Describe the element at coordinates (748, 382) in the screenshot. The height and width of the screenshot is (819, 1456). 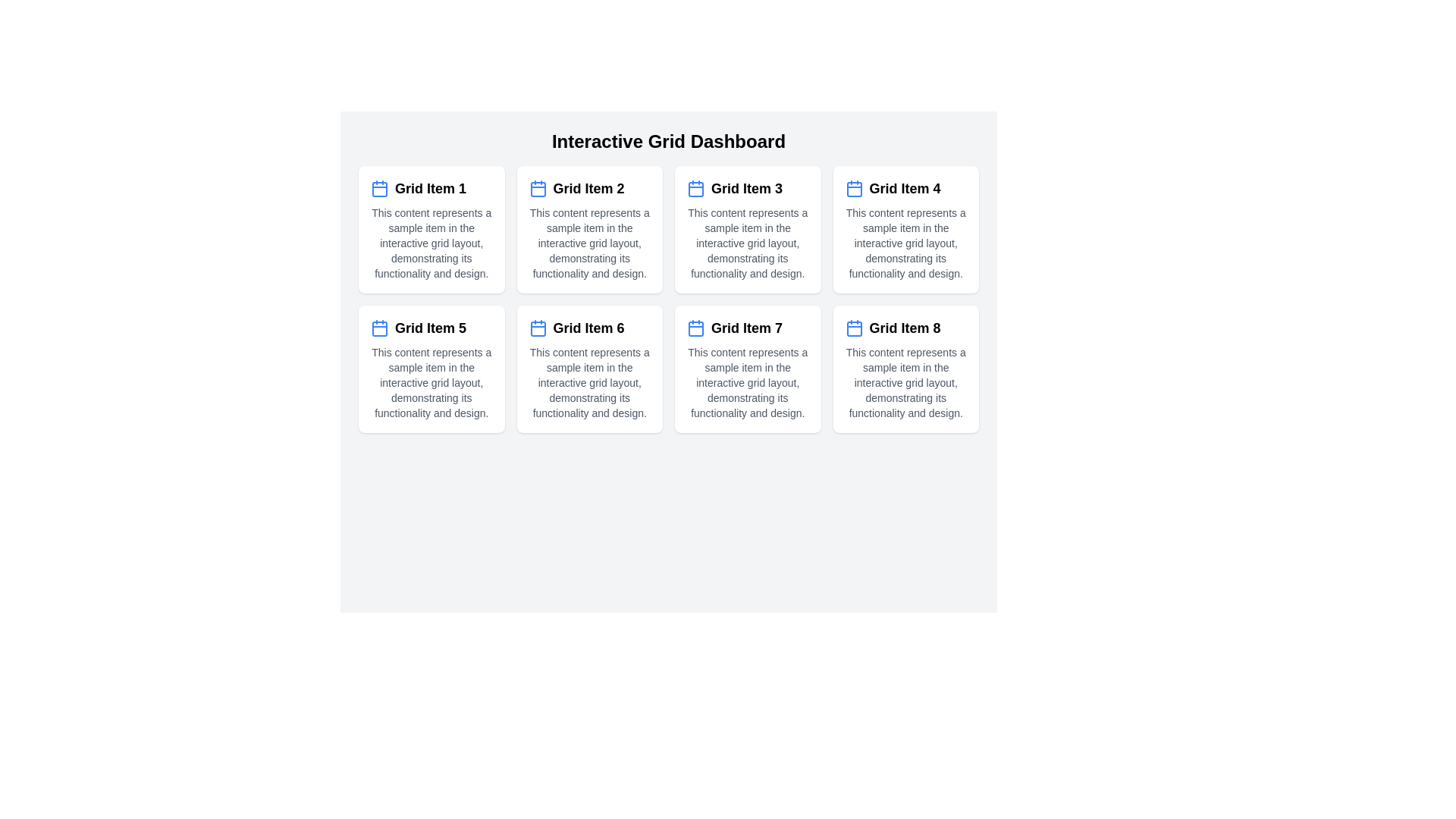
I see `the non-interactive text content element located in the bottom section of the card labeled 'Grid Item 7', which provides detailed information about the item` at that location.